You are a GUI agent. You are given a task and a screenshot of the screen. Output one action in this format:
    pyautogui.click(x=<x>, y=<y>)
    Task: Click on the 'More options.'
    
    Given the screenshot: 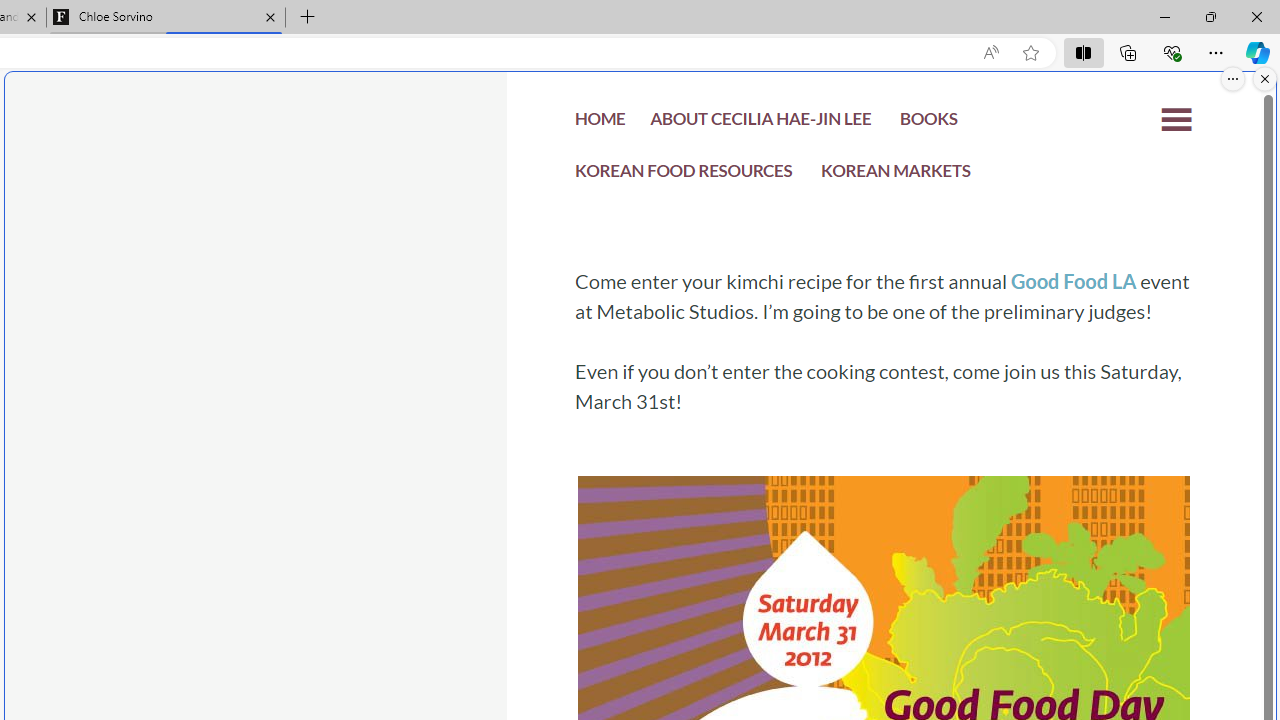 What is the action you would take?
    pyautogui.click(x=1232, y=78)
    